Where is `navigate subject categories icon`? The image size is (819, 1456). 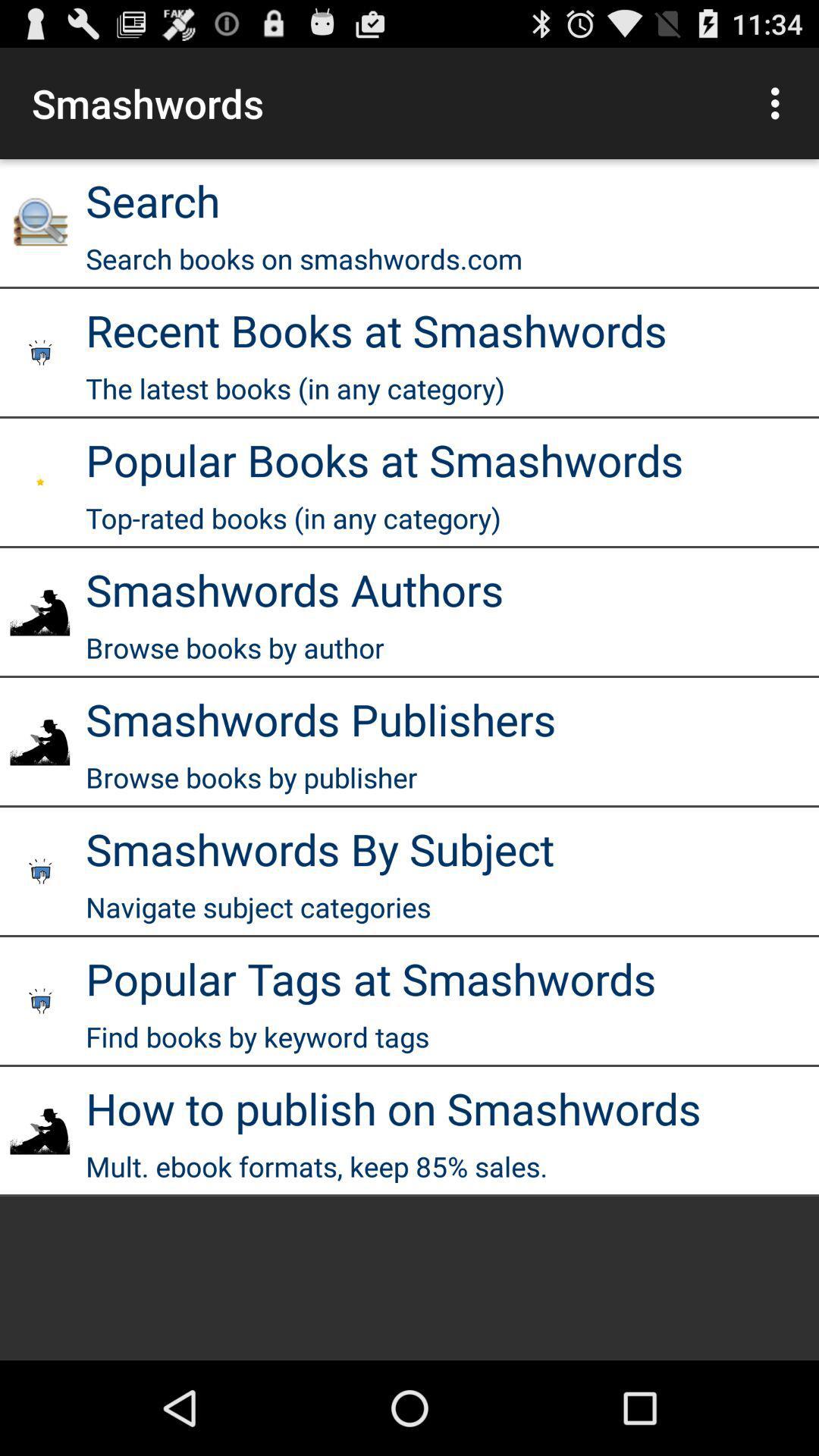
navigate subject categories icon is located at coordinates (257, 907).